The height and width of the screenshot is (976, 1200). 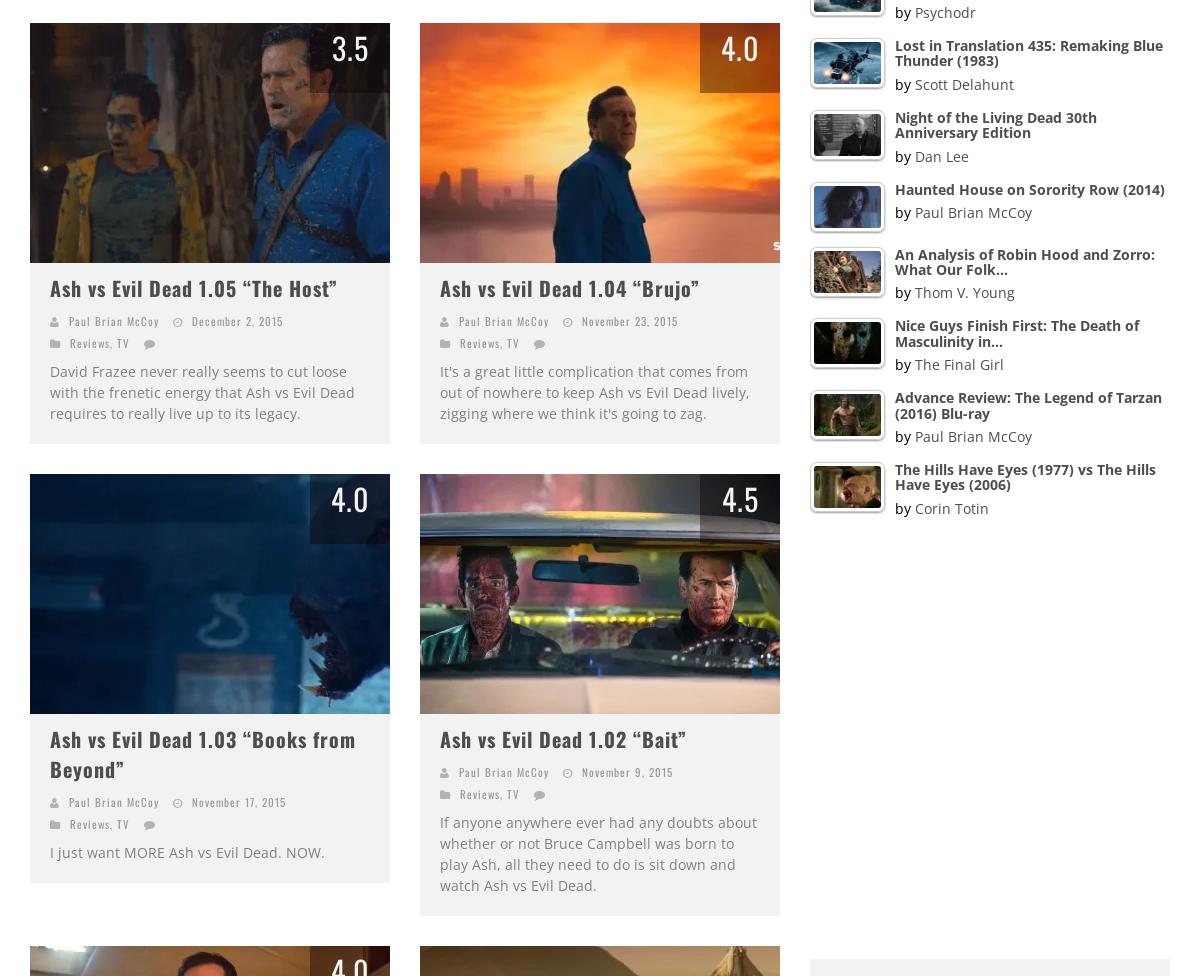 What do you see at coordinates (440, 391) in the screenshot?
I see `'It's a great little complication that comes from out of nowhere to keep Ash vs Evil Dead lively, zigging where we think it's going to zag.'` at bounding box center [440, 391].